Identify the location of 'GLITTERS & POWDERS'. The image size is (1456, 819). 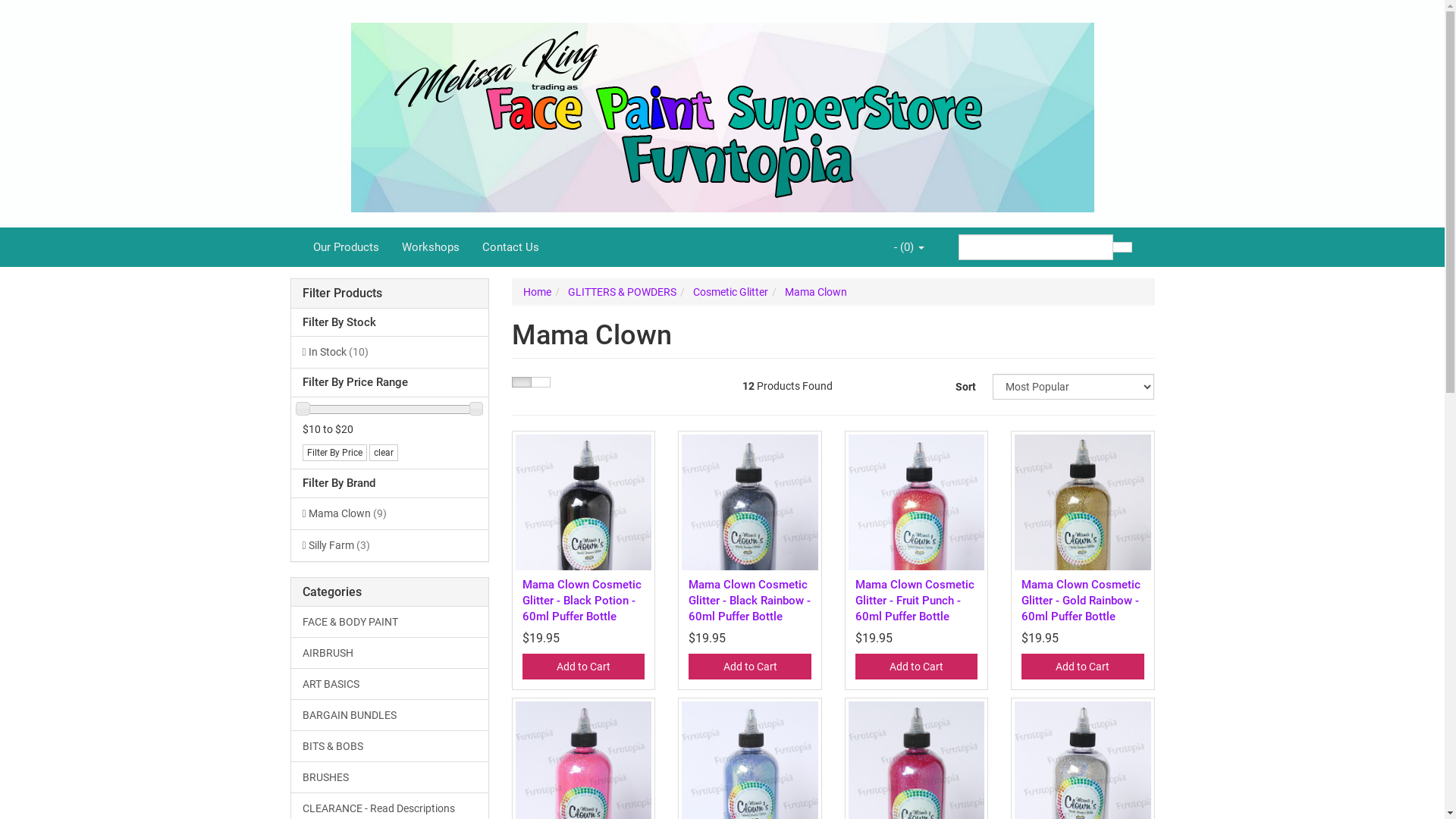
(566, 292).